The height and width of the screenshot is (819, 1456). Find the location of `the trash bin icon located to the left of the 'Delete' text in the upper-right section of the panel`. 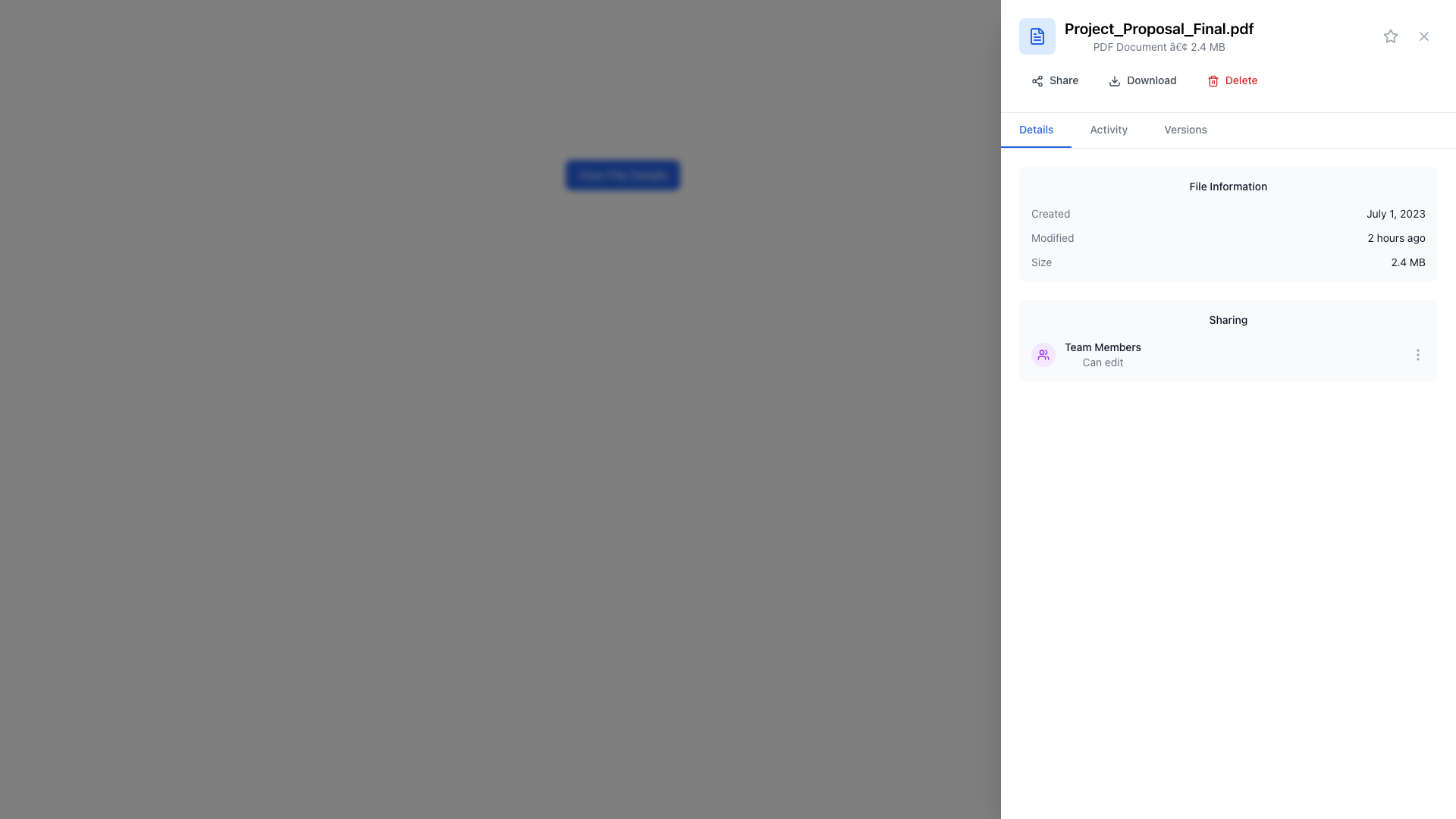

the trash bin icon located to the left of the 'Delete' text in the upper-right section of the panel is located at coordinates (1212, 81).